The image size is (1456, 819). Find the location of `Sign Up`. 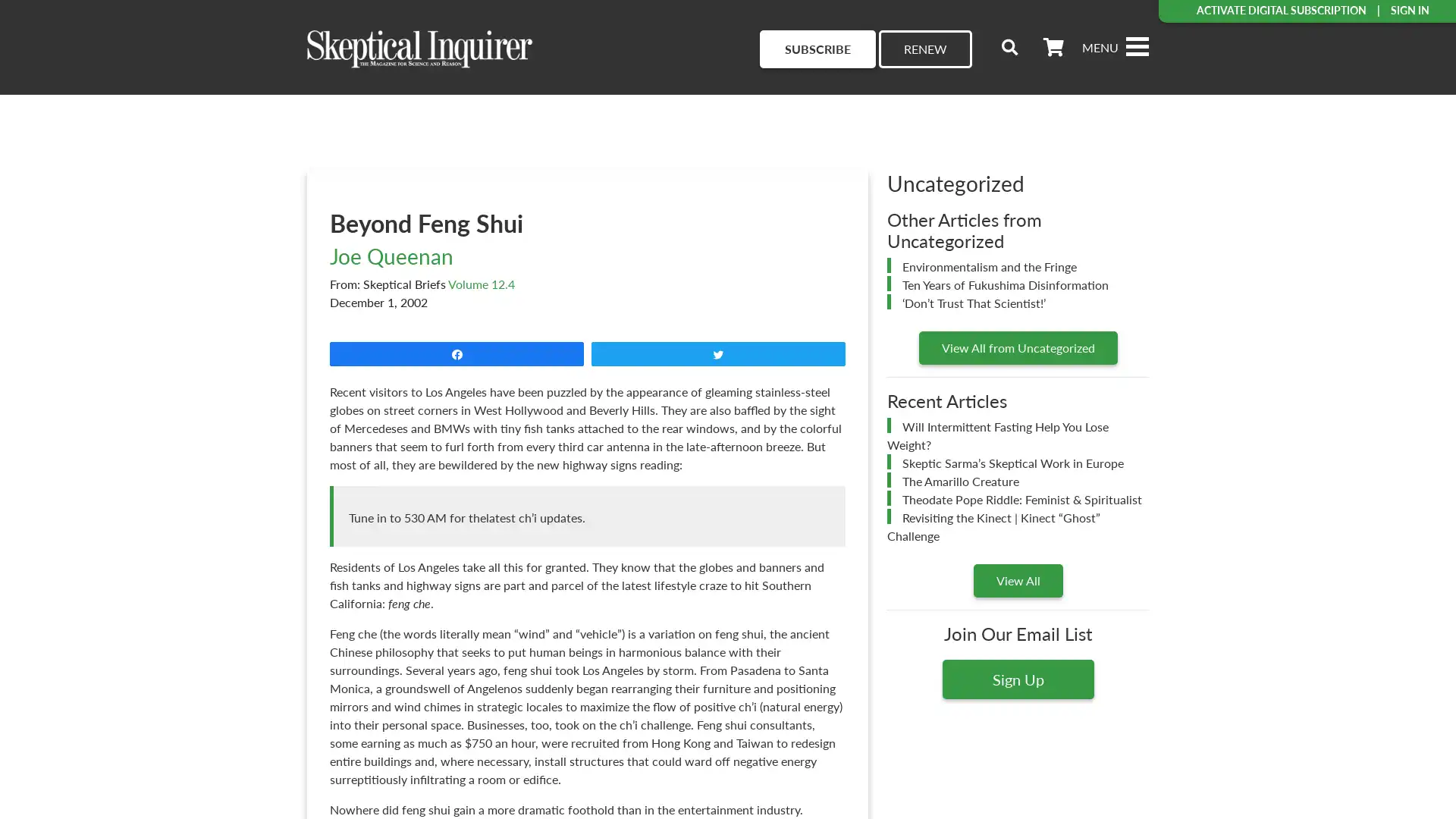

Sign Up is located at coordinates (1018, 677).